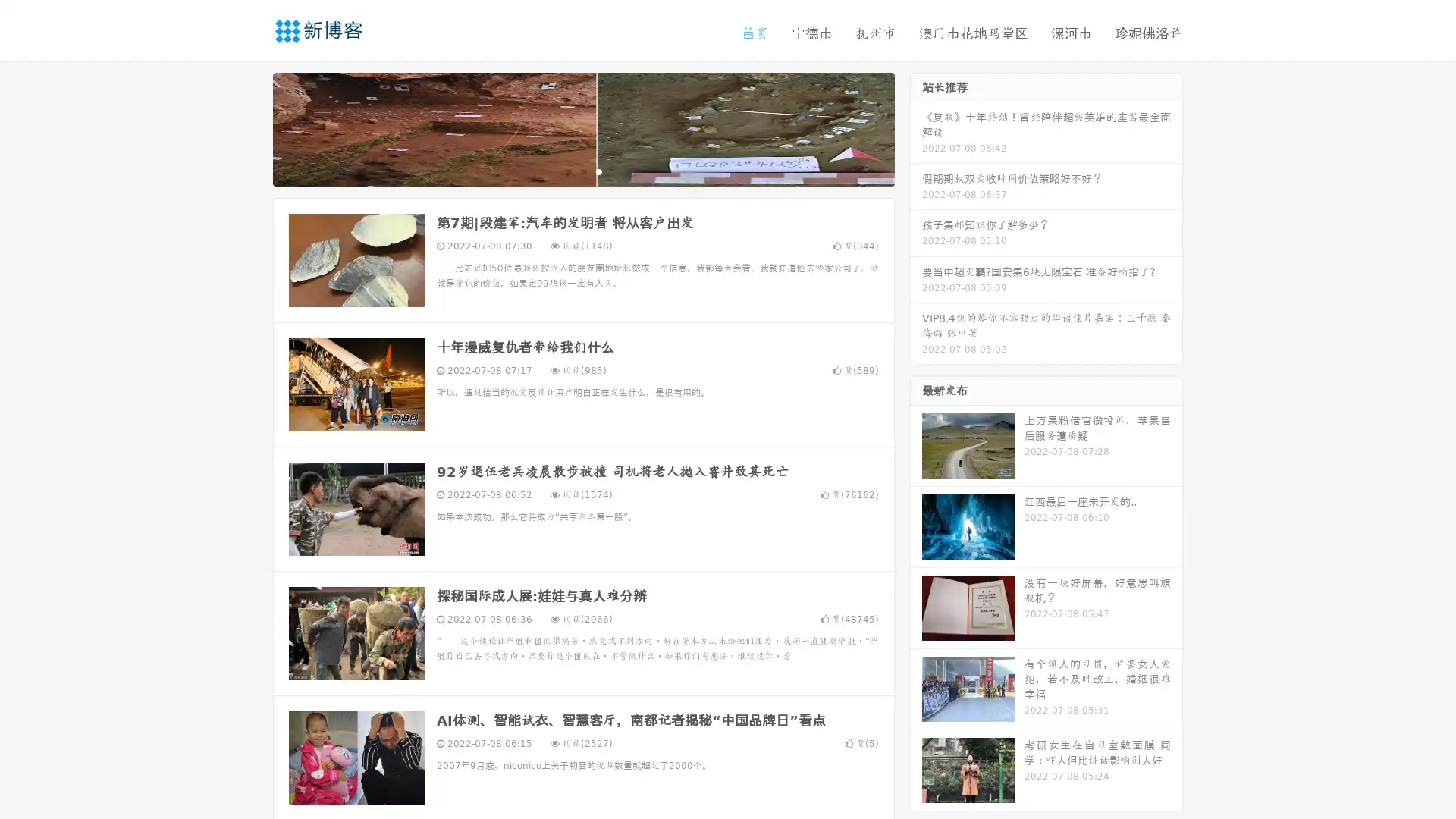 Image resolution: width=1456 pixels, height=819 pixels. I want to click on Go to slide 2, so click(582, 171).